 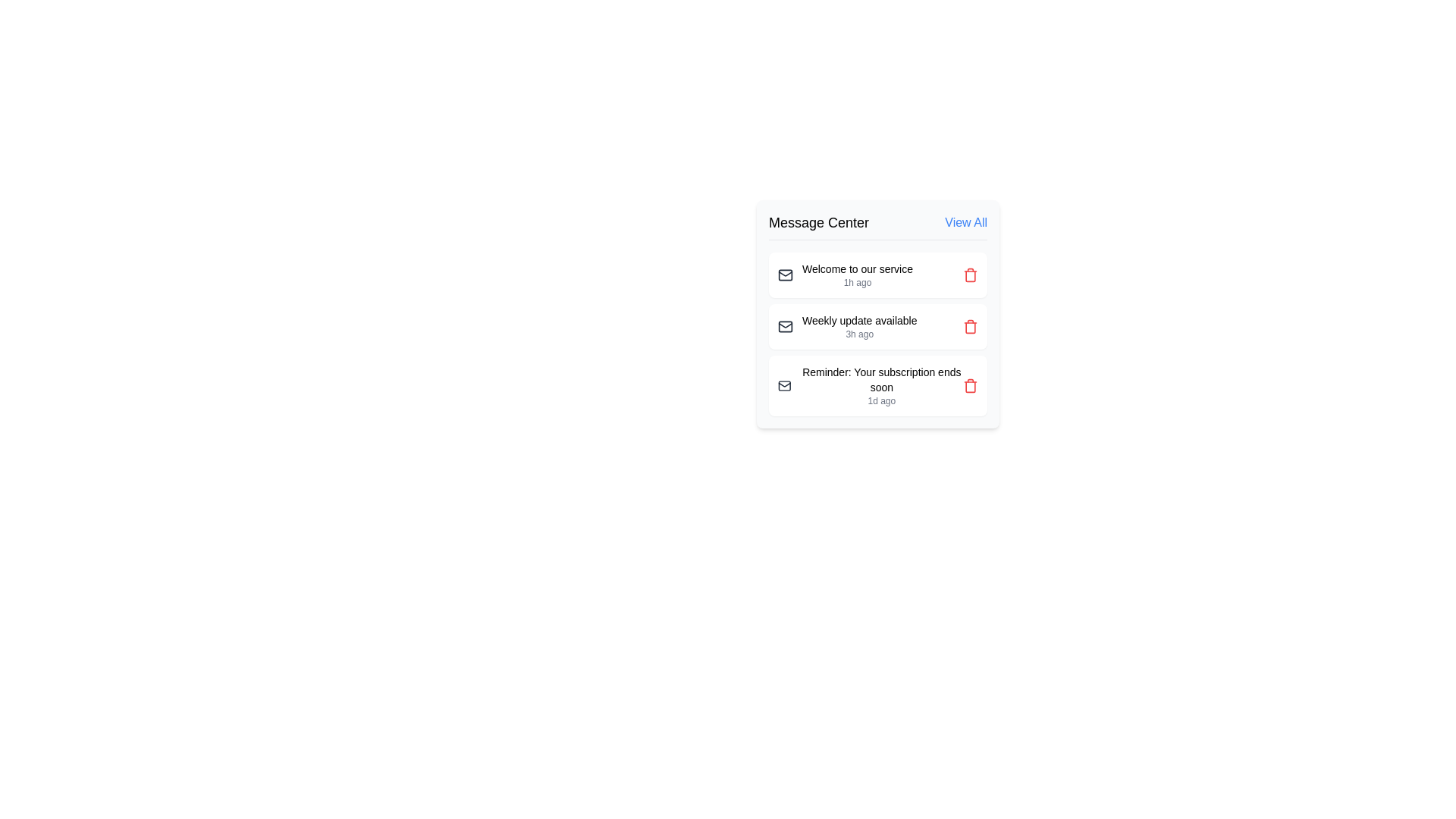 I want to click on the envelope icon in the list item labeled 'Weekly update available' to preview the message, so click(x=877, y=326).